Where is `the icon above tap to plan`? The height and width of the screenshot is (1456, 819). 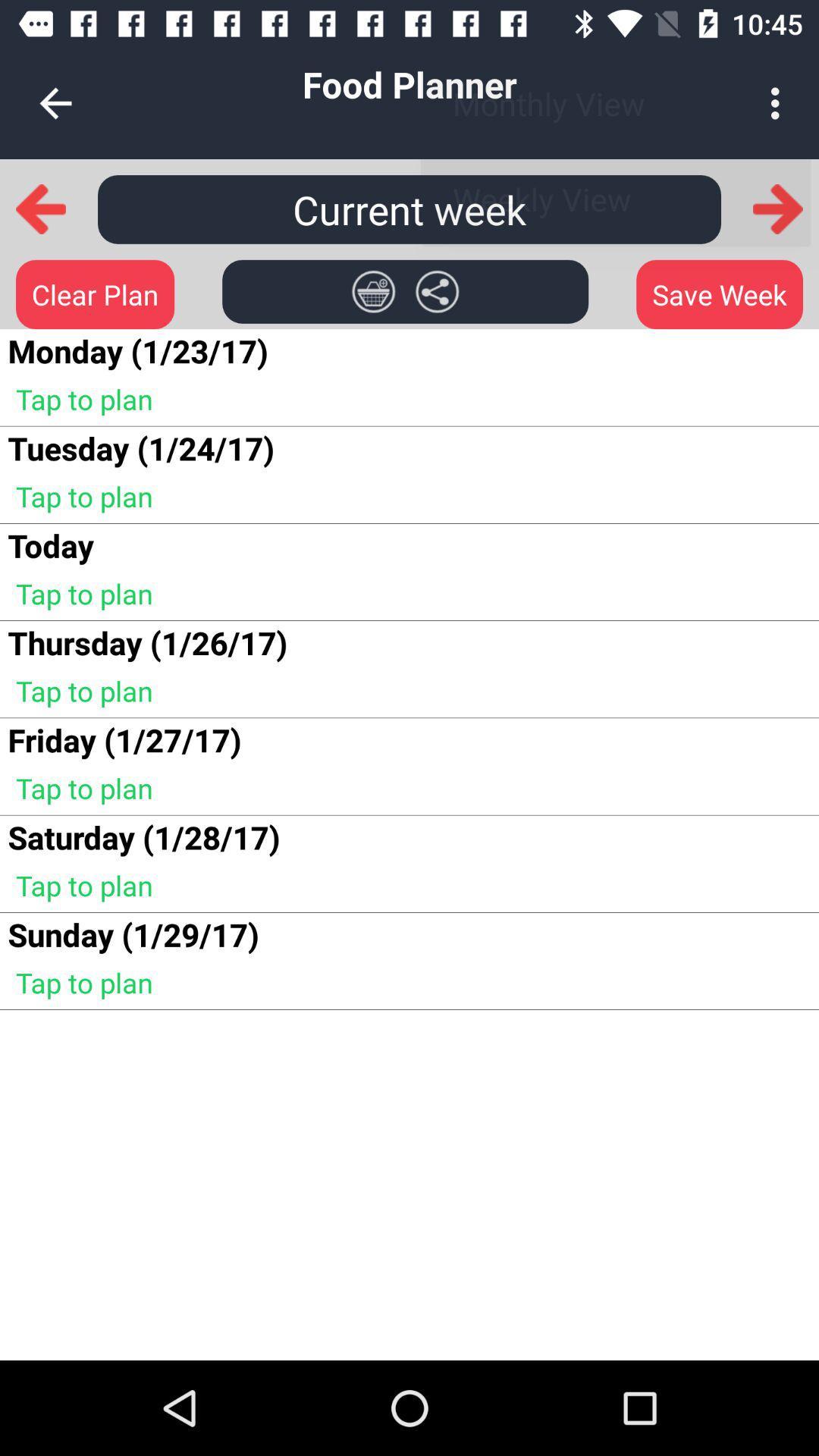
the icon above tap to plan is located at coordinates (50, 545).